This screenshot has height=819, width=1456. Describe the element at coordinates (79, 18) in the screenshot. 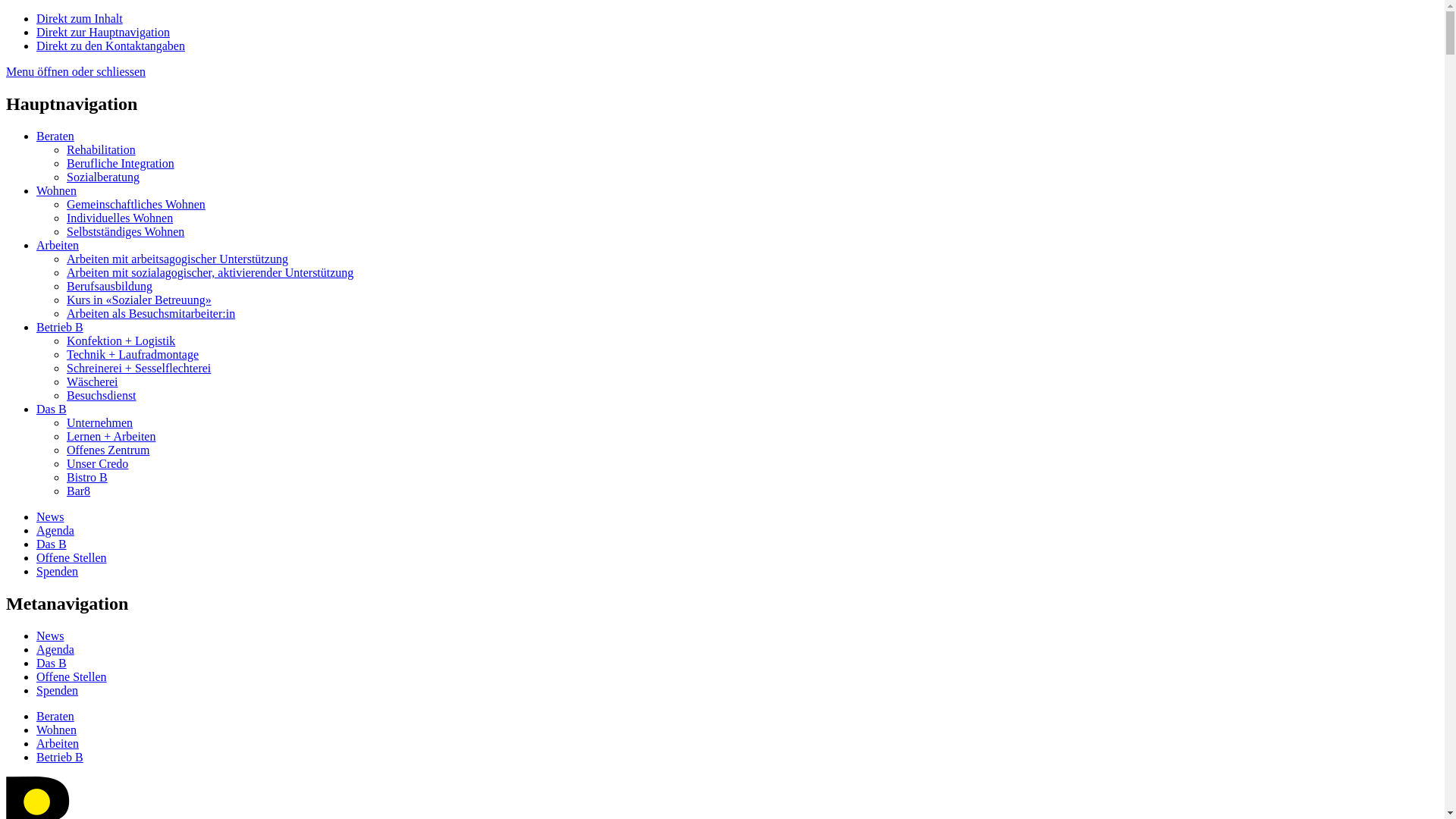

I see `'Direkt zum Inhalt'` at that location.